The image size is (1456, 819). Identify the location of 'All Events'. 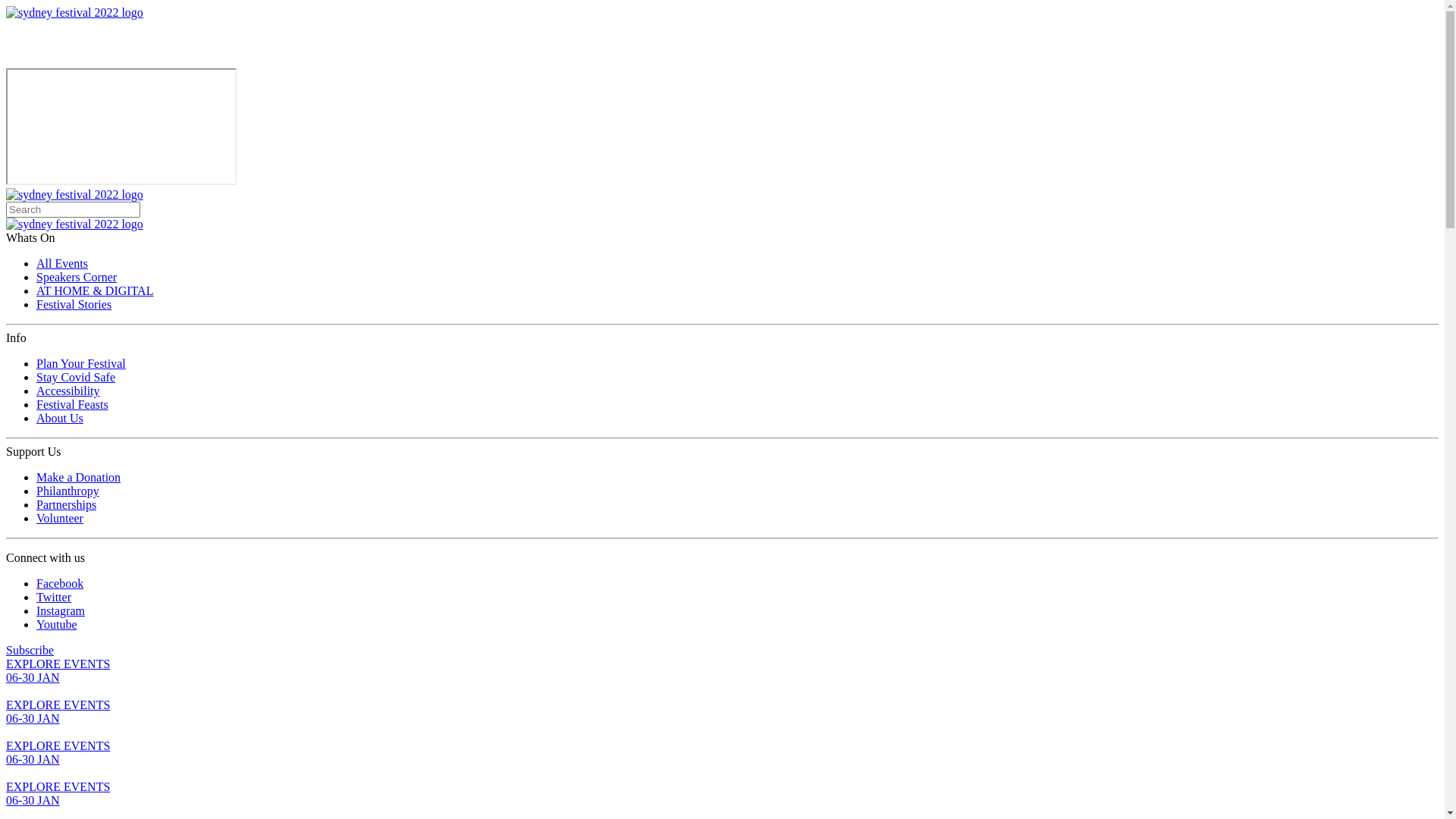
(61, 262).